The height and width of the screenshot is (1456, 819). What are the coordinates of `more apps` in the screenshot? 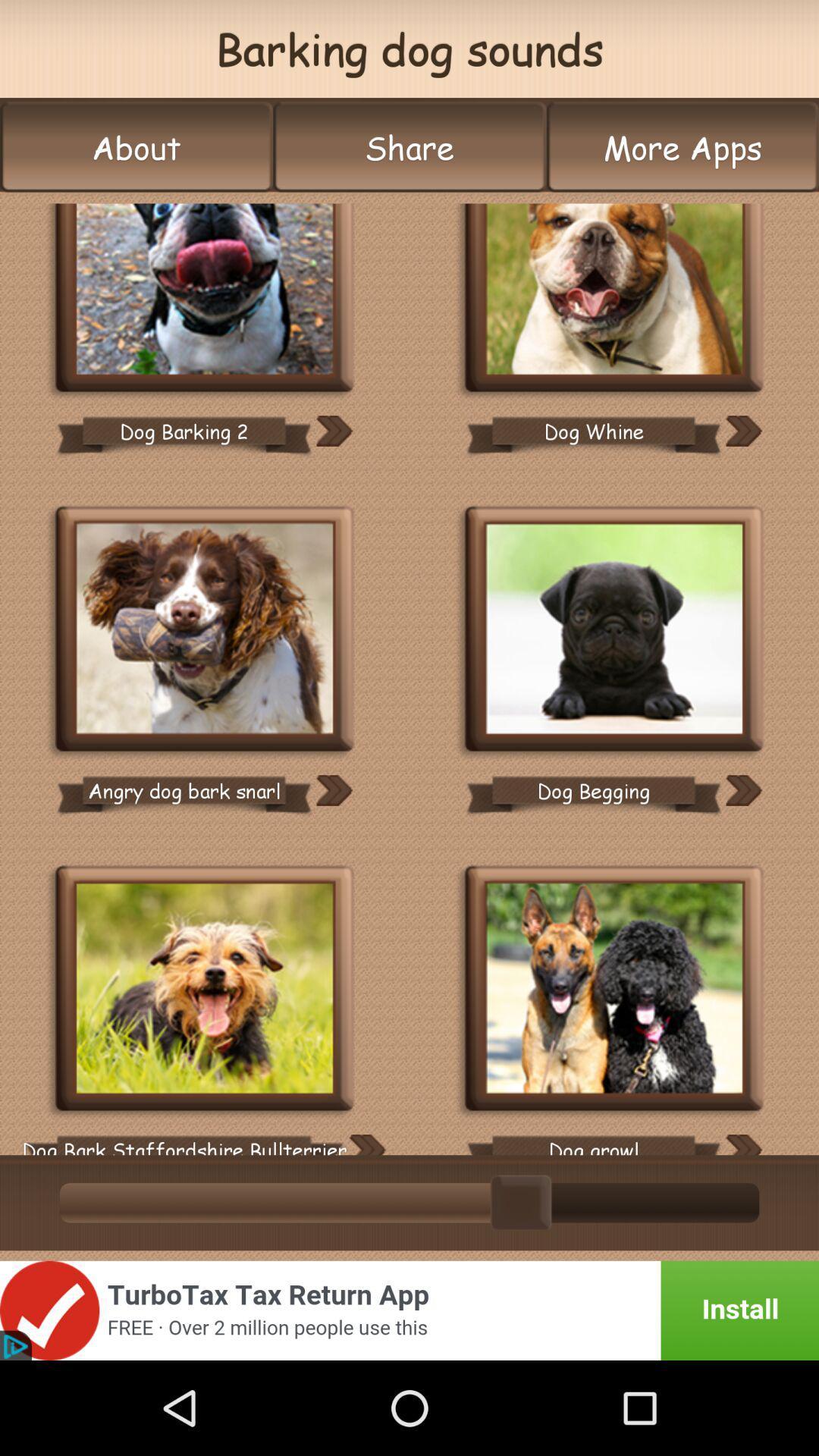 It's located at (682, 147).